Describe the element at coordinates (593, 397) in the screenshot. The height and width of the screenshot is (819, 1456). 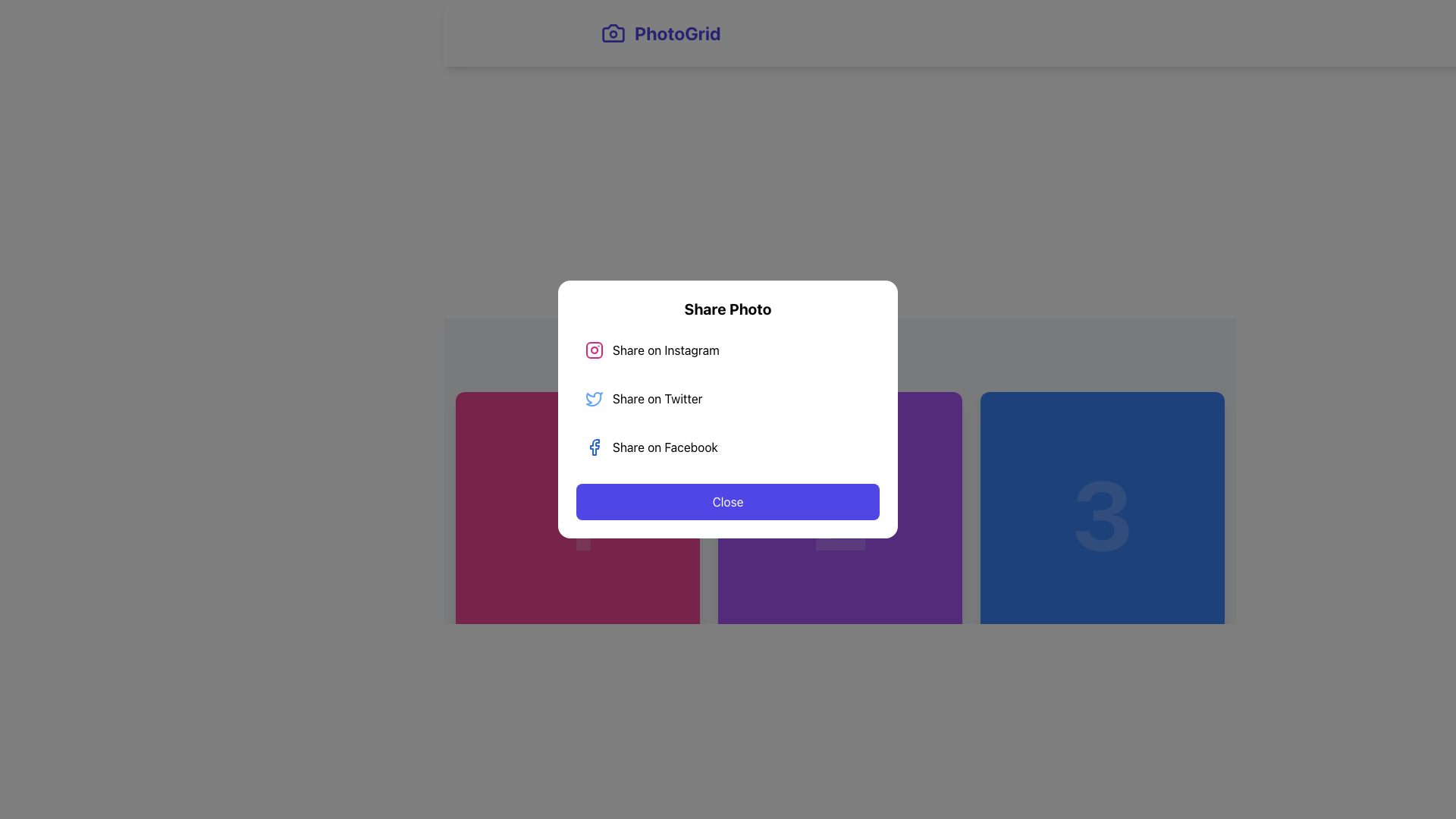
I see `the Twitter icon, which is a light blue bird silhouette in the 'Share Photo' dialog, to share on Twitter` at that location.